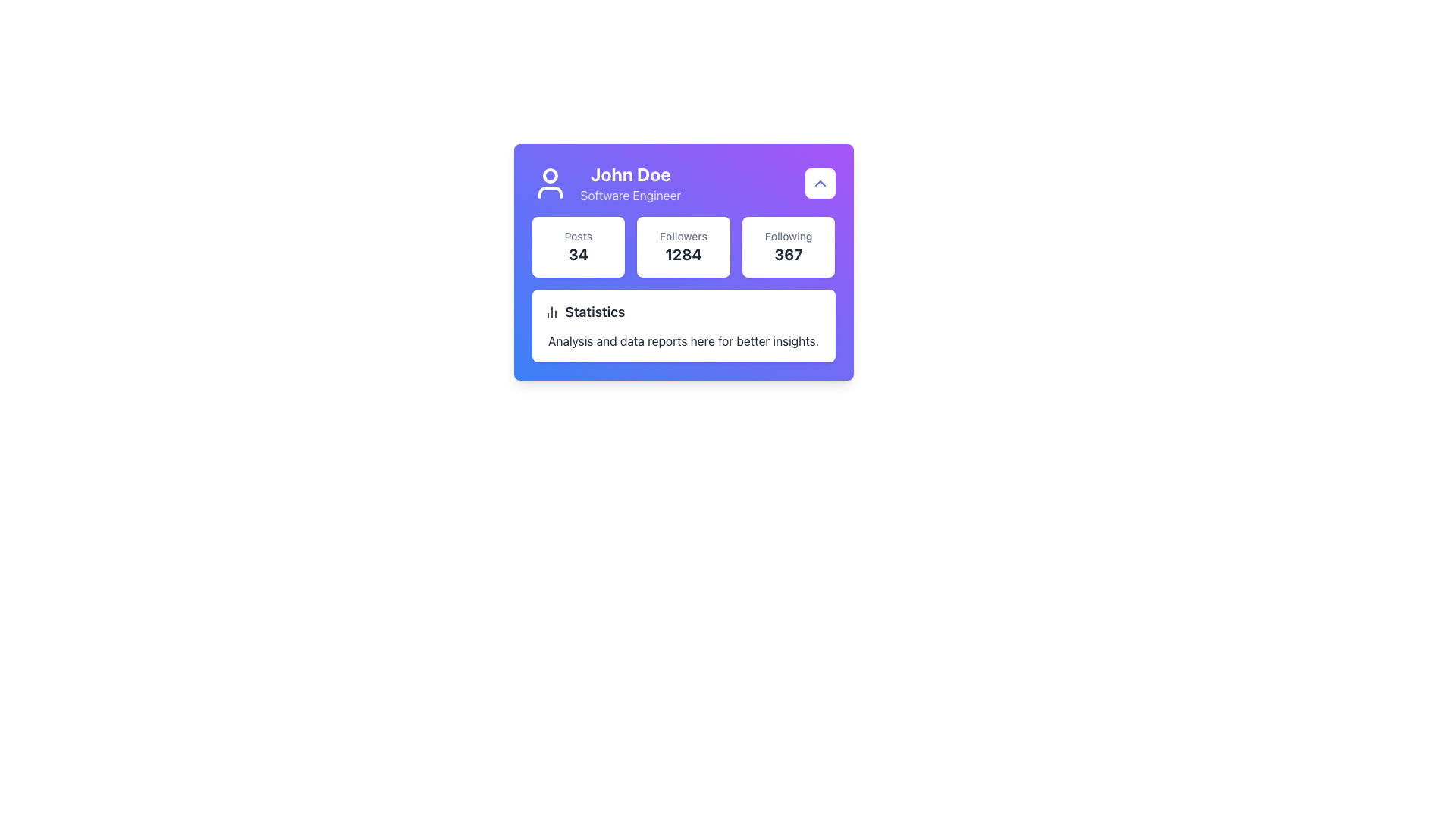 The width and height of the screenshot is (1456, 819). Describe the element at coordinates (549, 183) in the screenshot. I see `the user profile SVG icon located at the top left of the profile card, adjacent to the name 'John Doe' and the title 'Software Engineer'` at that location.